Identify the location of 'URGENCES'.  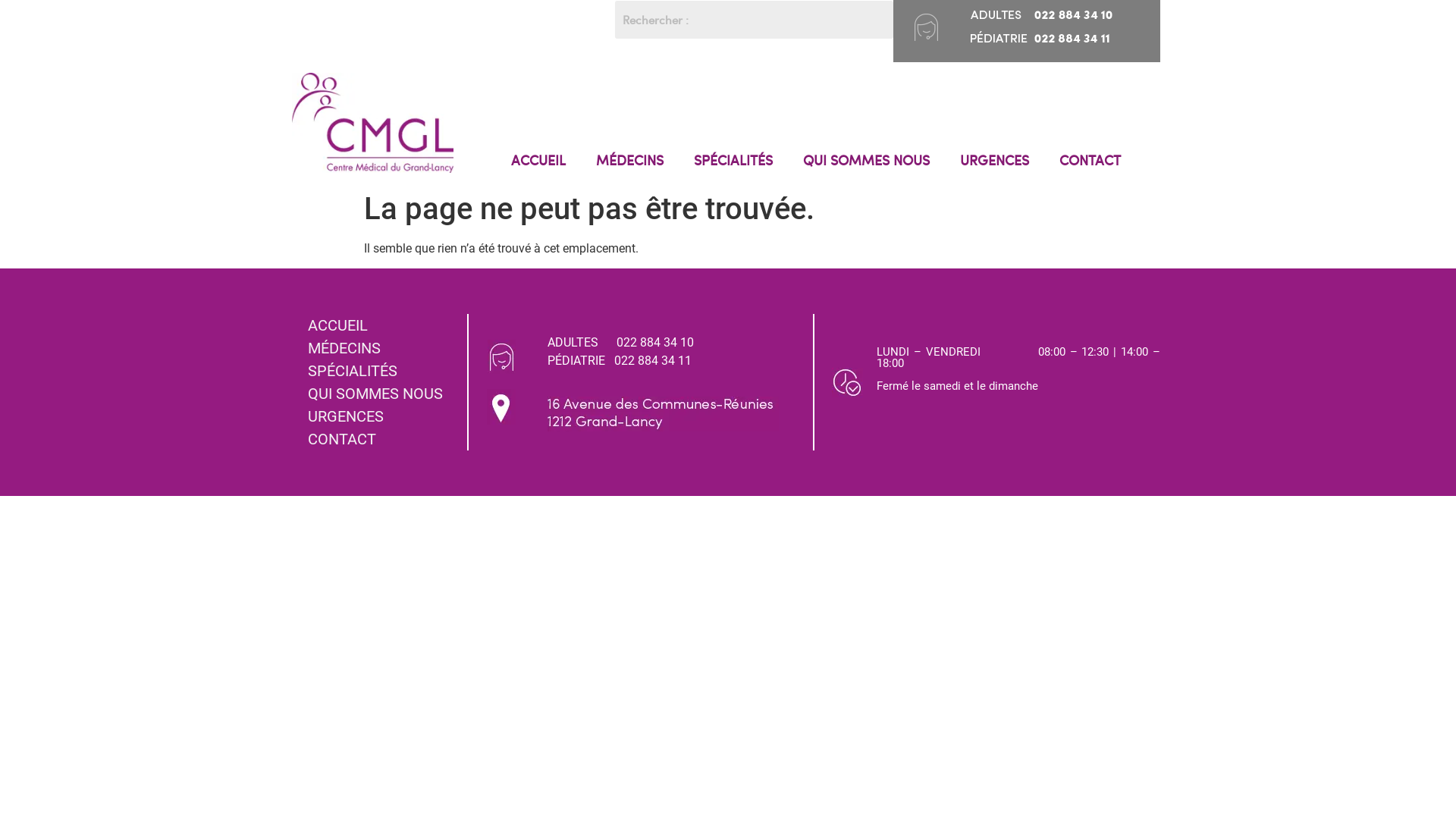
(944, 160).